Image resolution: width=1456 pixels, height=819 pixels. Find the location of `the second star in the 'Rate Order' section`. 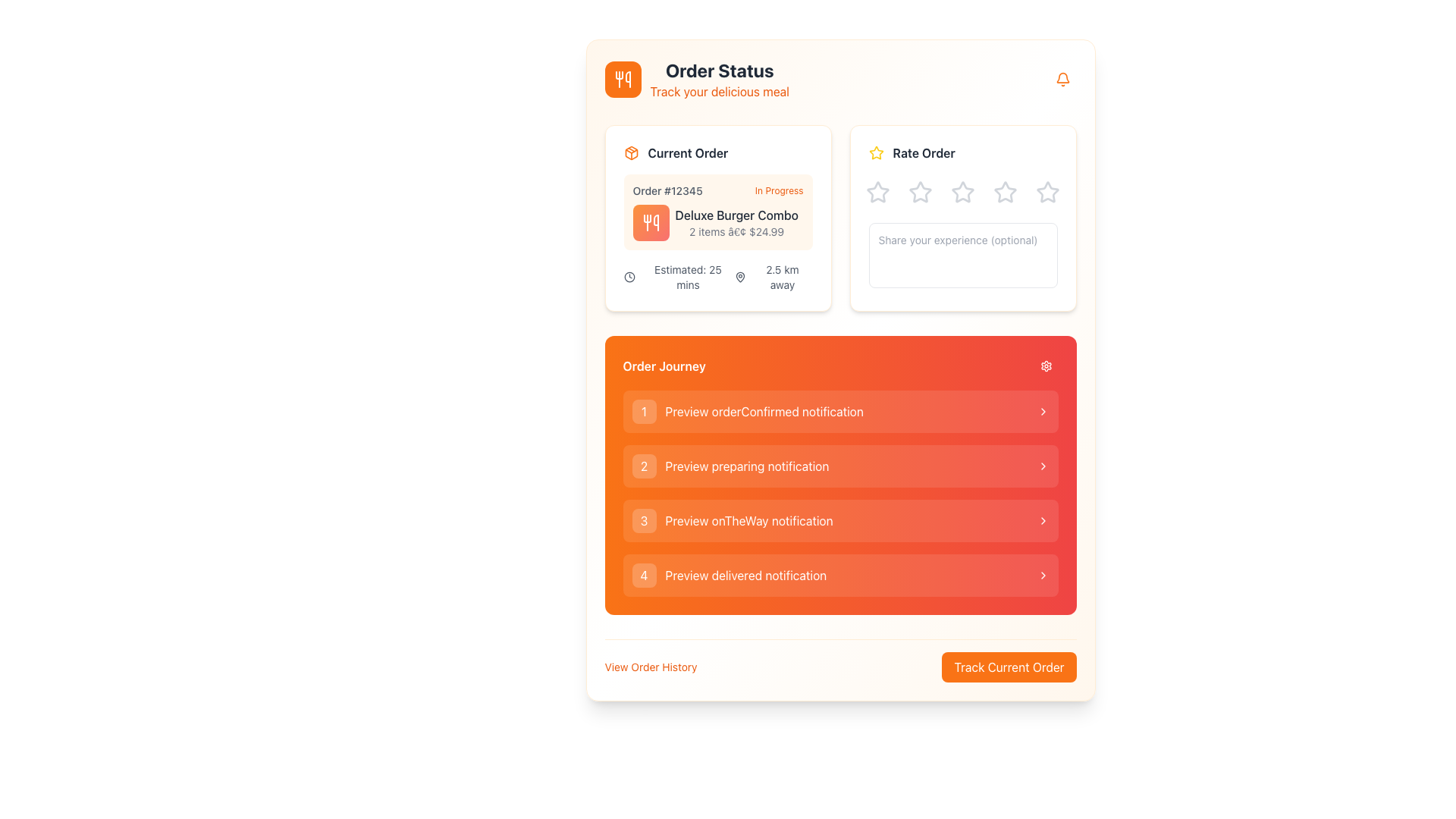

the second star in the 'Rate Order' section is located at coordinates (920, 191).